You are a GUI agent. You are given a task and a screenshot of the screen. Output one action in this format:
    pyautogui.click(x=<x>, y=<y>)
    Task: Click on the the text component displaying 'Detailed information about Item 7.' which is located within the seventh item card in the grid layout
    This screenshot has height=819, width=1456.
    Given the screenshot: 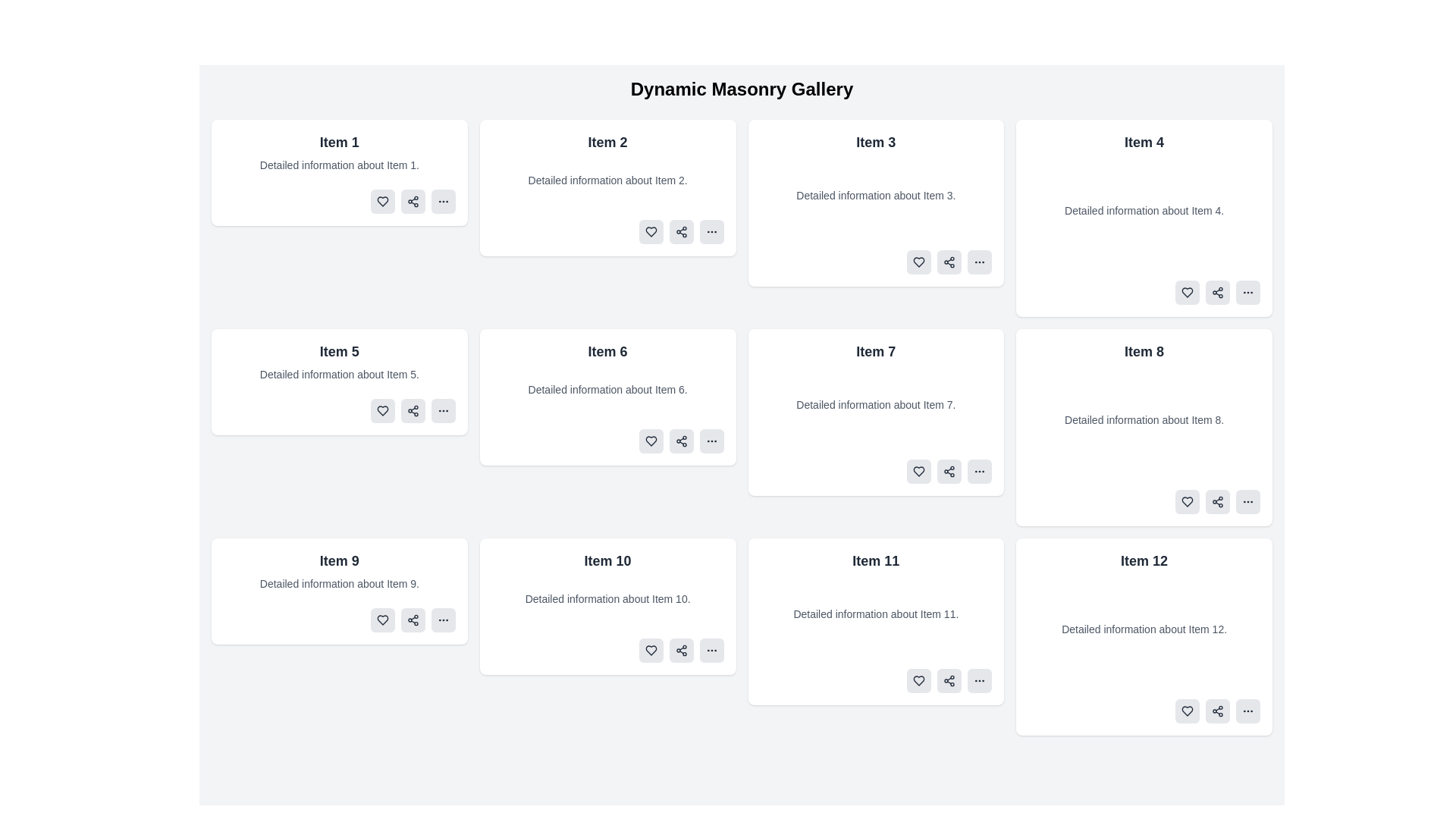 What is the action you would take?
    pyautogui.click(x=876, y=403)
    